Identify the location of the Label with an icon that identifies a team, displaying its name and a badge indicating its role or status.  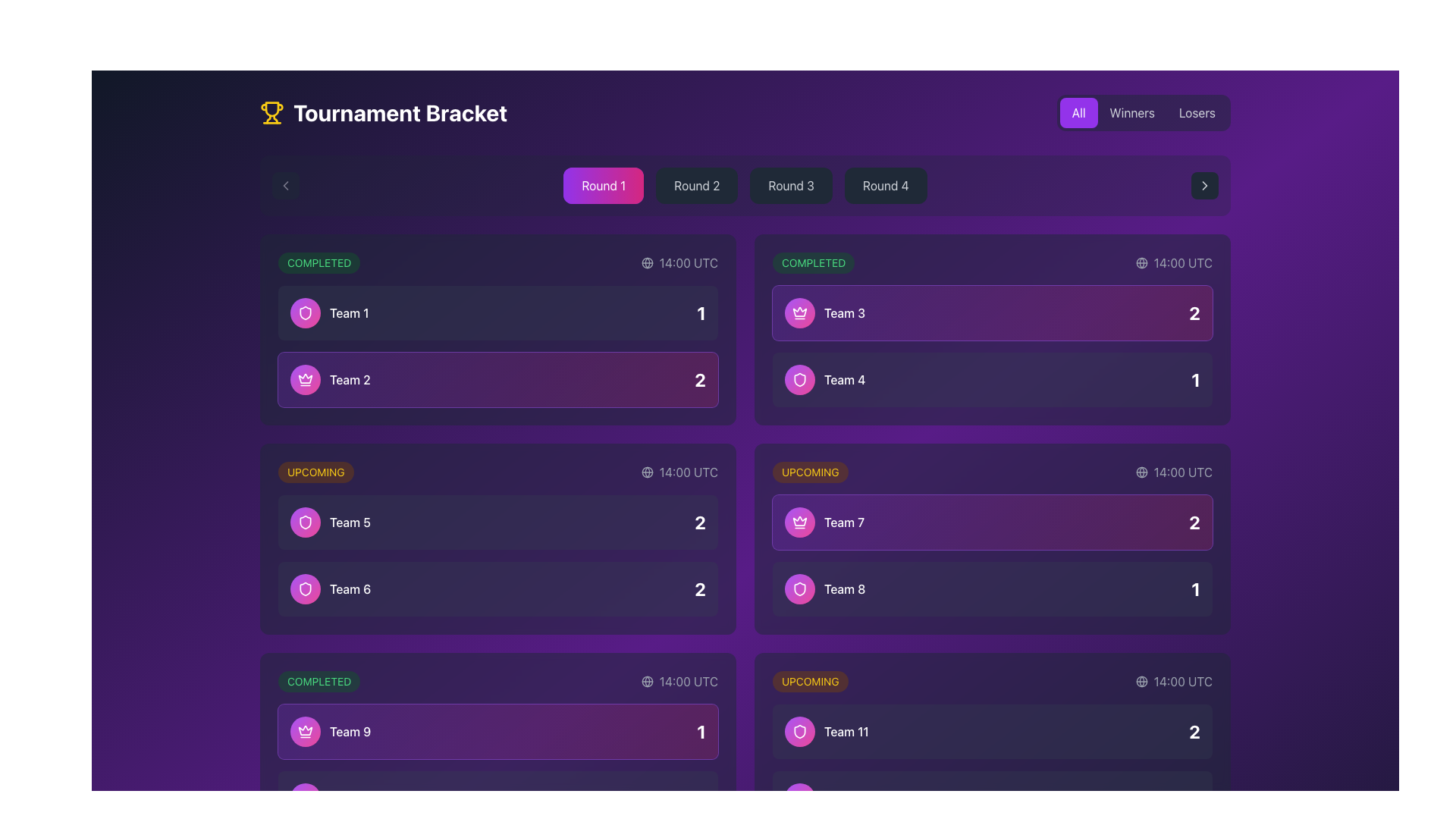
(329, 379).